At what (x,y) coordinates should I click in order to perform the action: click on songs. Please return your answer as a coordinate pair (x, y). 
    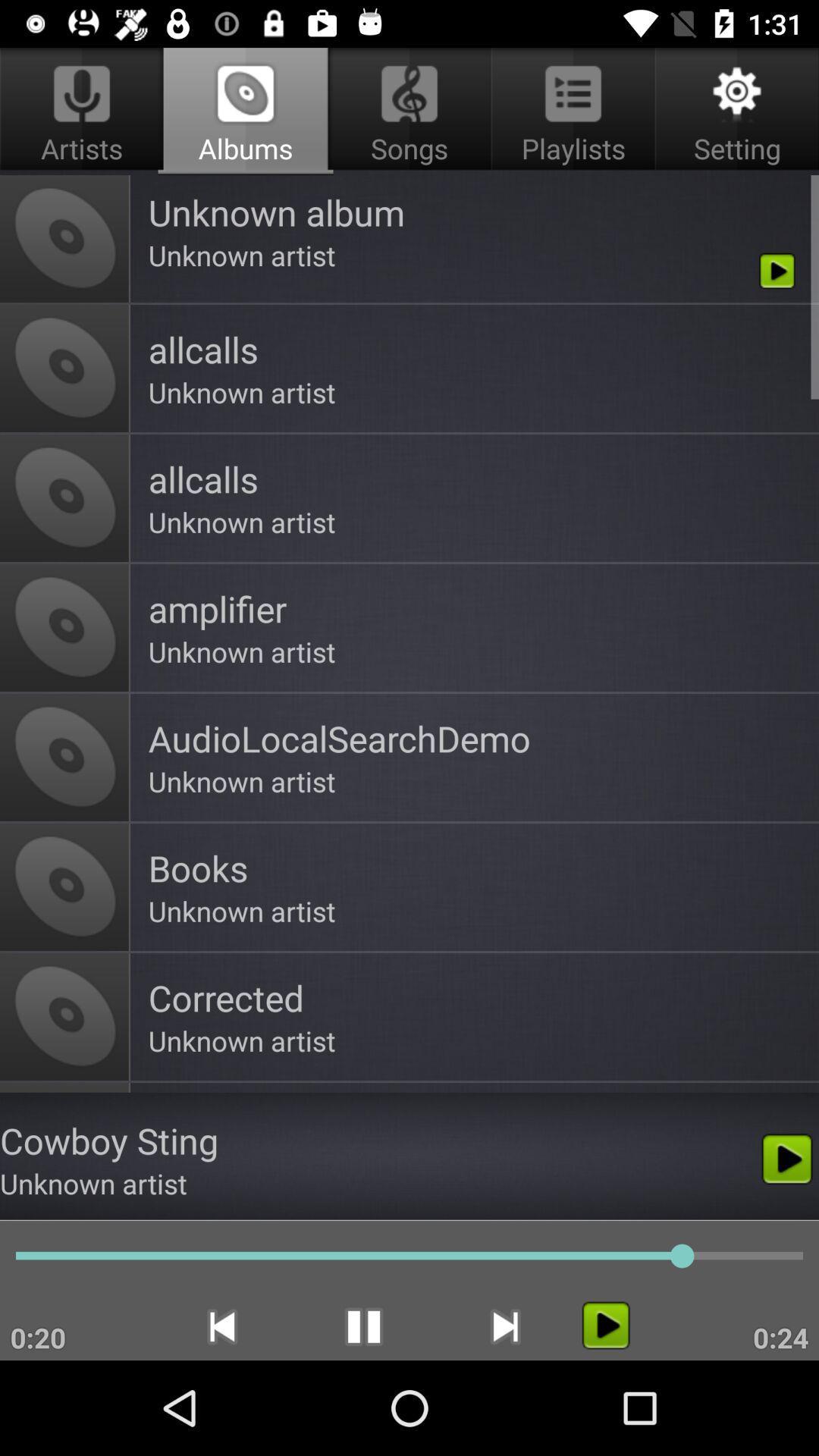
    Looking at the image, I should click on (409, 111).